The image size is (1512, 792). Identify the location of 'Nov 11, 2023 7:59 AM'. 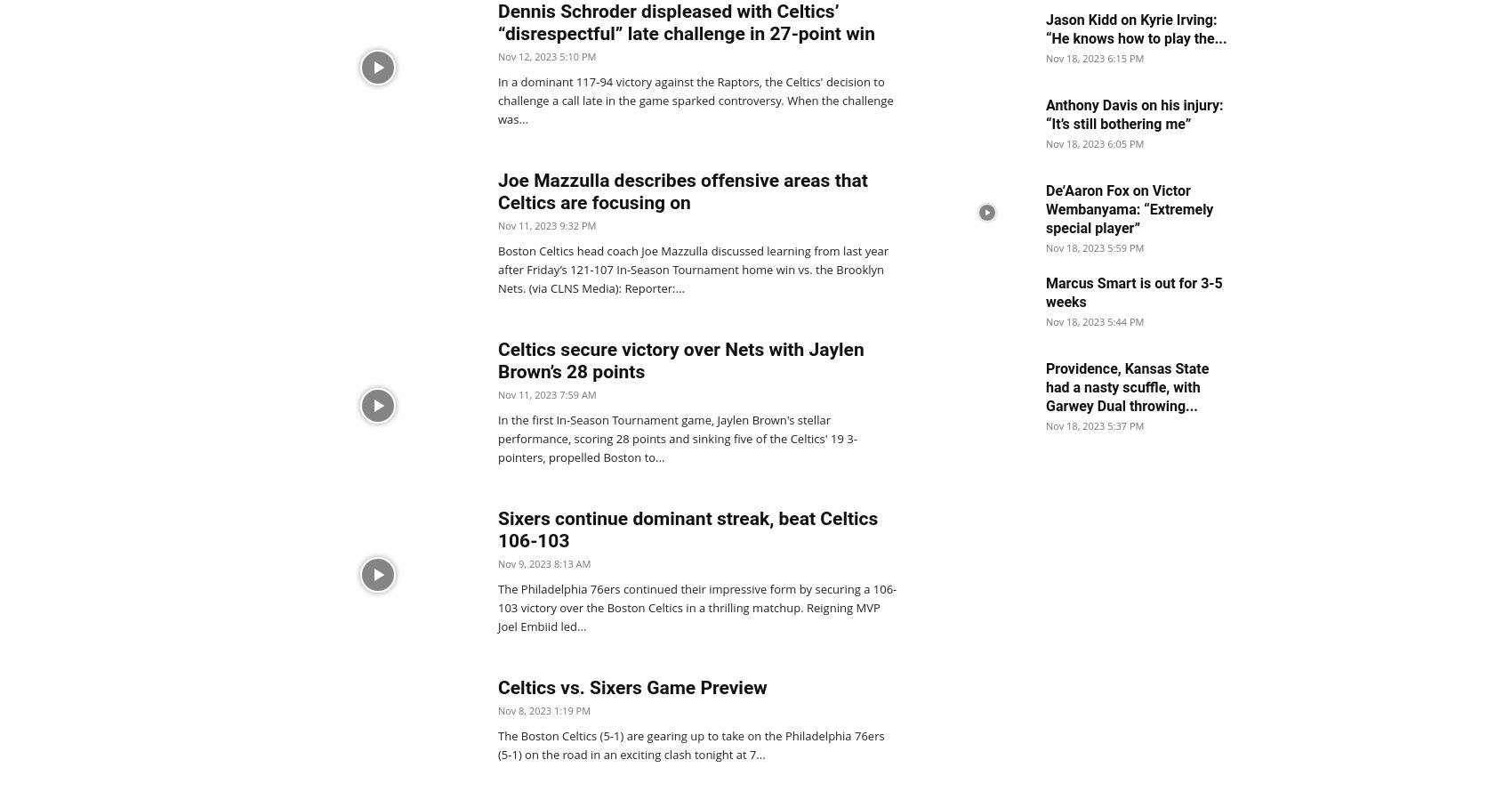
(546, 393).